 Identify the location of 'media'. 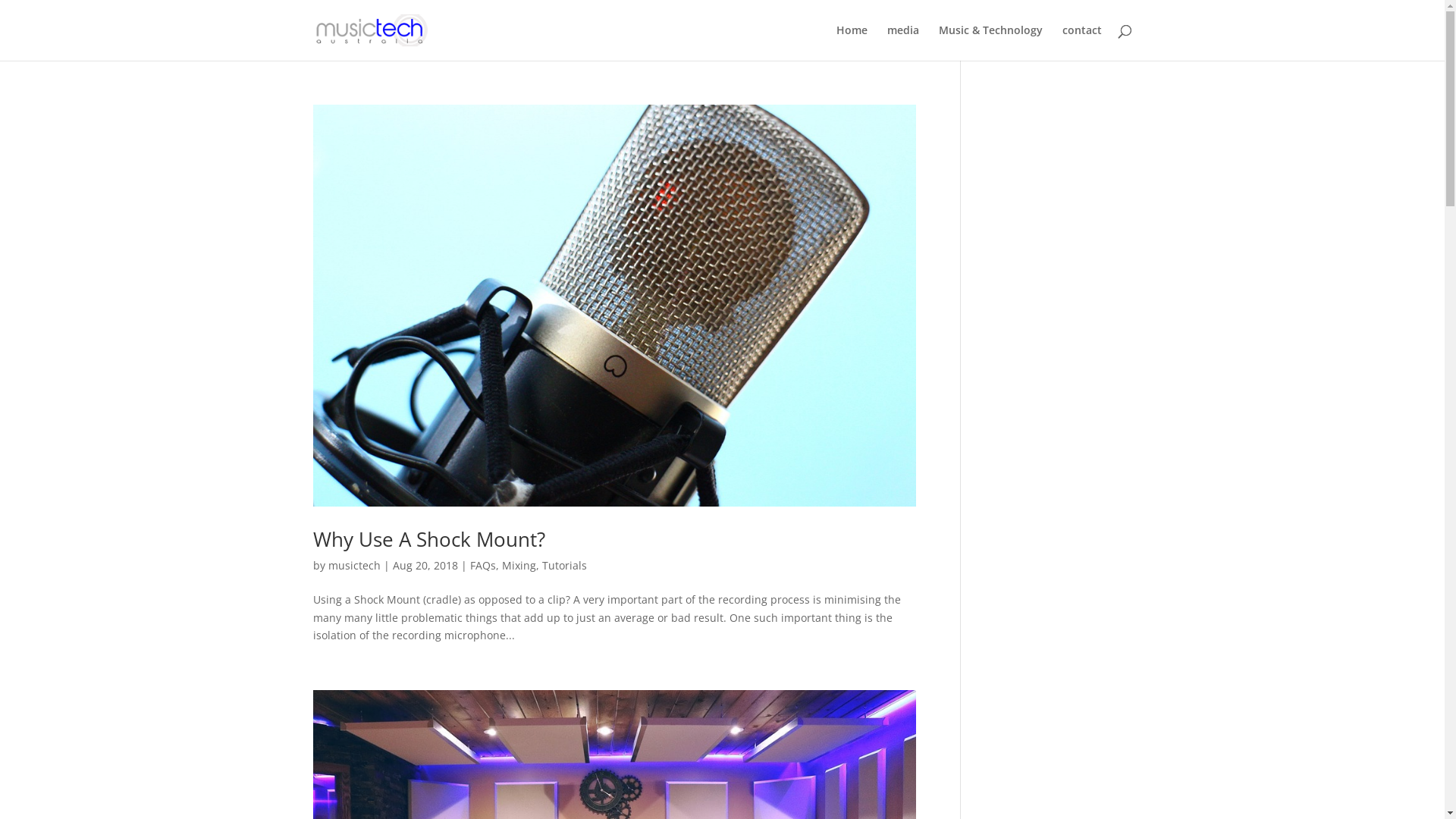
(902, 42).